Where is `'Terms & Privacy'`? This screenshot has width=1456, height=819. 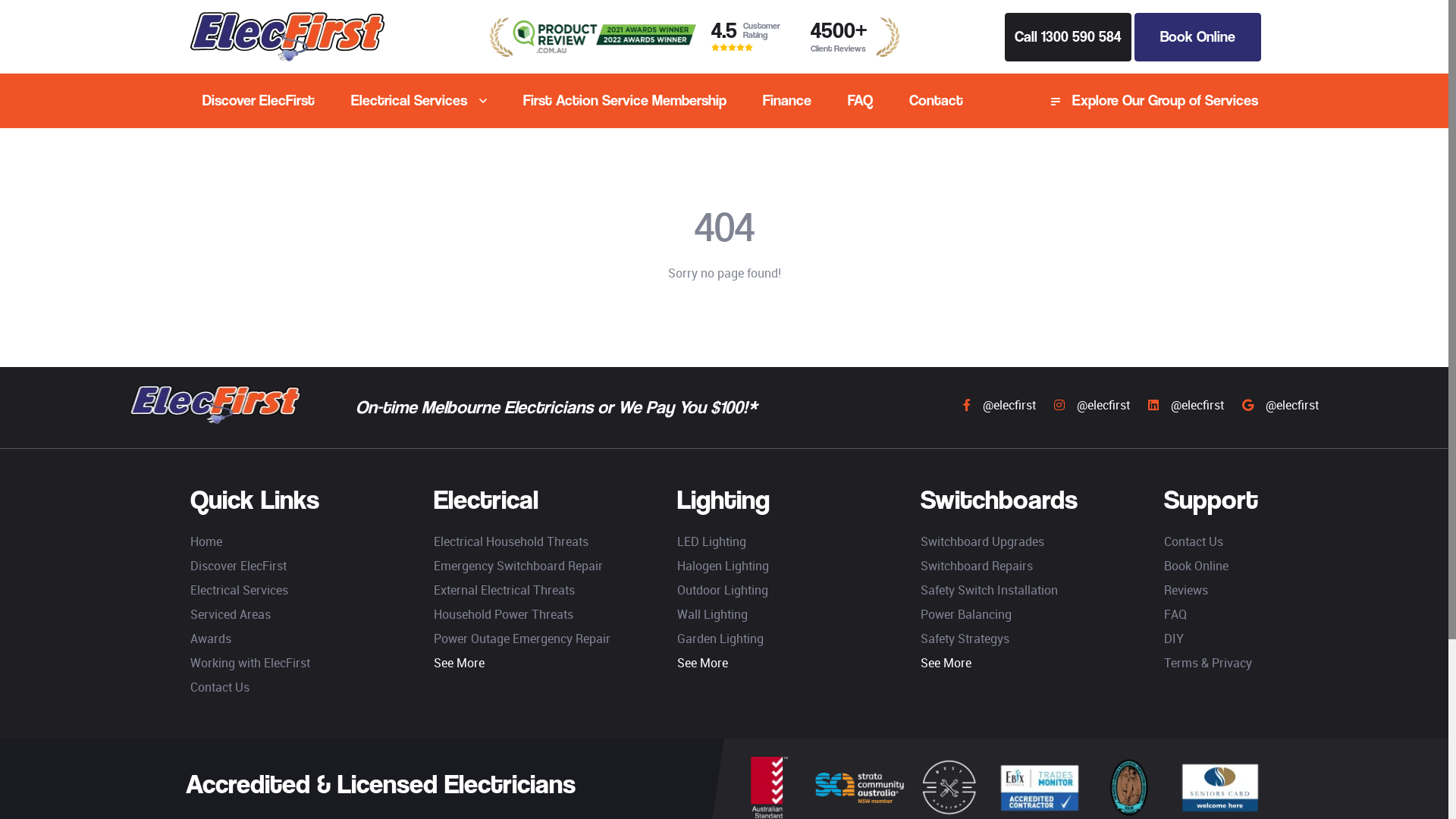
'Terms & Privacy' is located at coordinates (1207, 662).